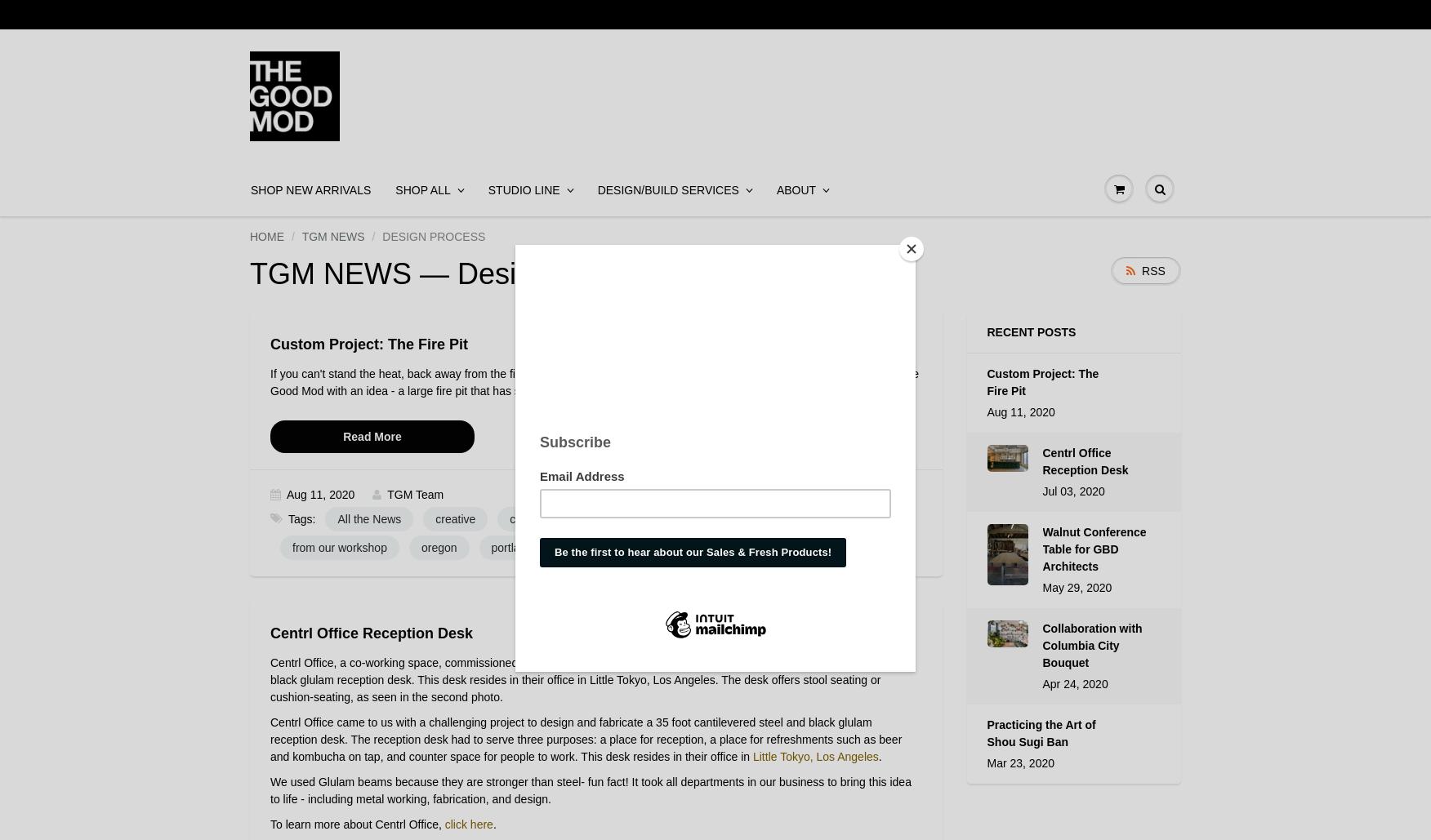 The width and height of the screenshot is (1431, 840). I want to click on 'RSS', so click(1140, 270).